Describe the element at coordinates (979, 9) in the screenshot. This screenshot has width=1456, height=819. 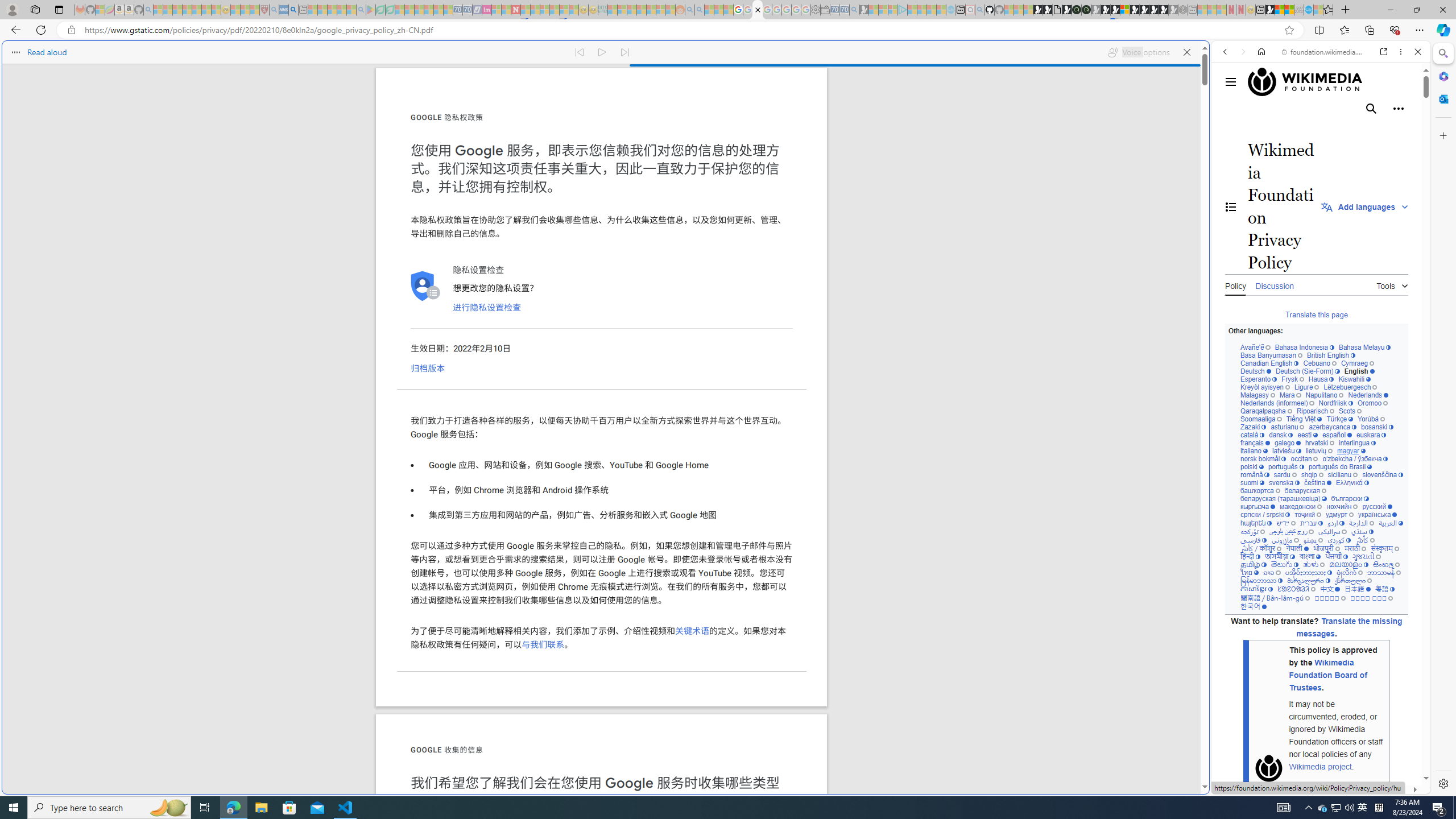
I see `'github - Search - Sleeping'` at that location.